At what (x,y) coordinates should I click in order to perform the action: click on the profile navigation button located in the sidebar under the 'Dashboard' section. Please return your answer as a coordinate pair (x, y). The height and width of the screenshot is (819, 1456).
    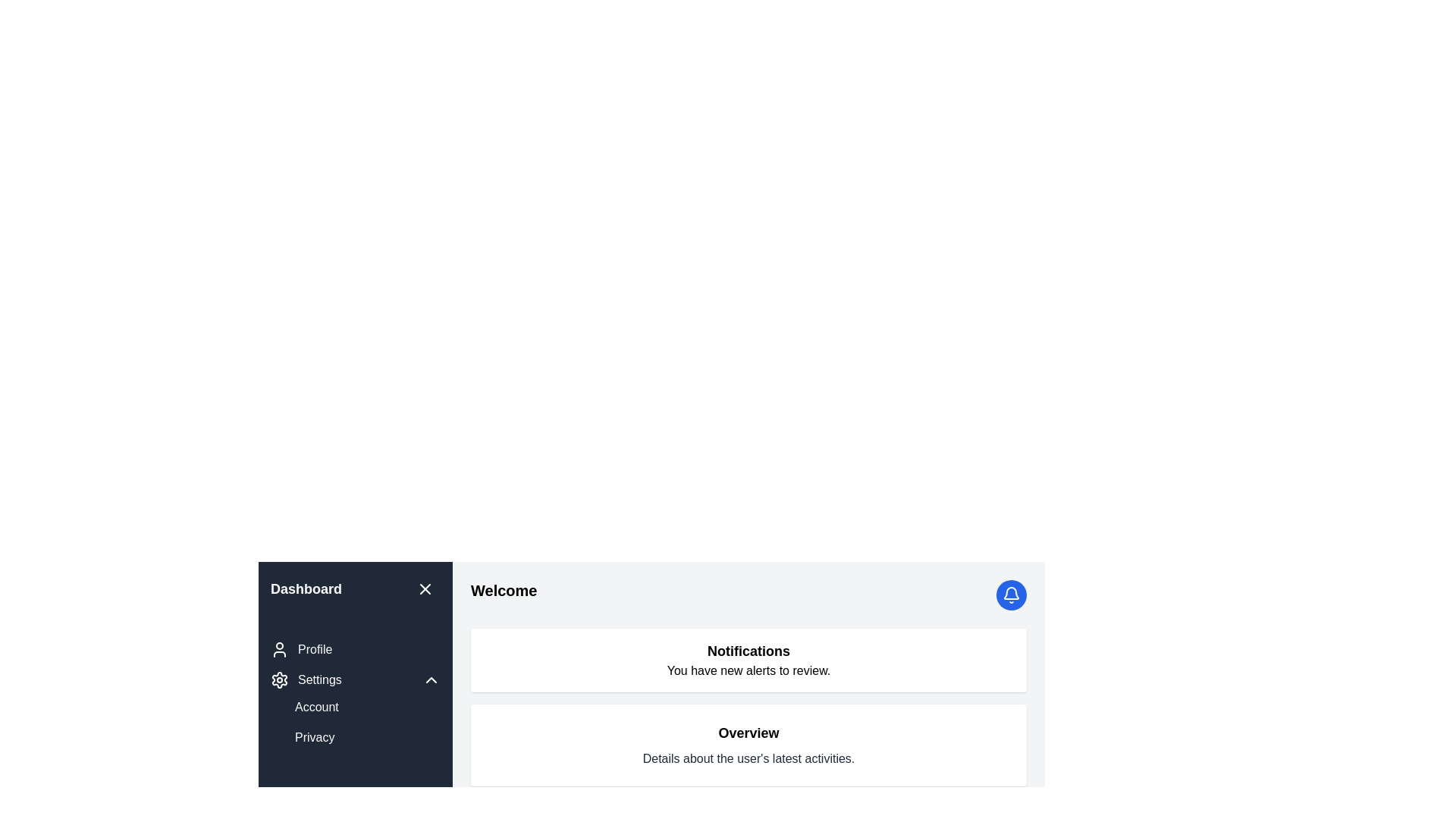
    Looking at the image, I should click on (301, 648).